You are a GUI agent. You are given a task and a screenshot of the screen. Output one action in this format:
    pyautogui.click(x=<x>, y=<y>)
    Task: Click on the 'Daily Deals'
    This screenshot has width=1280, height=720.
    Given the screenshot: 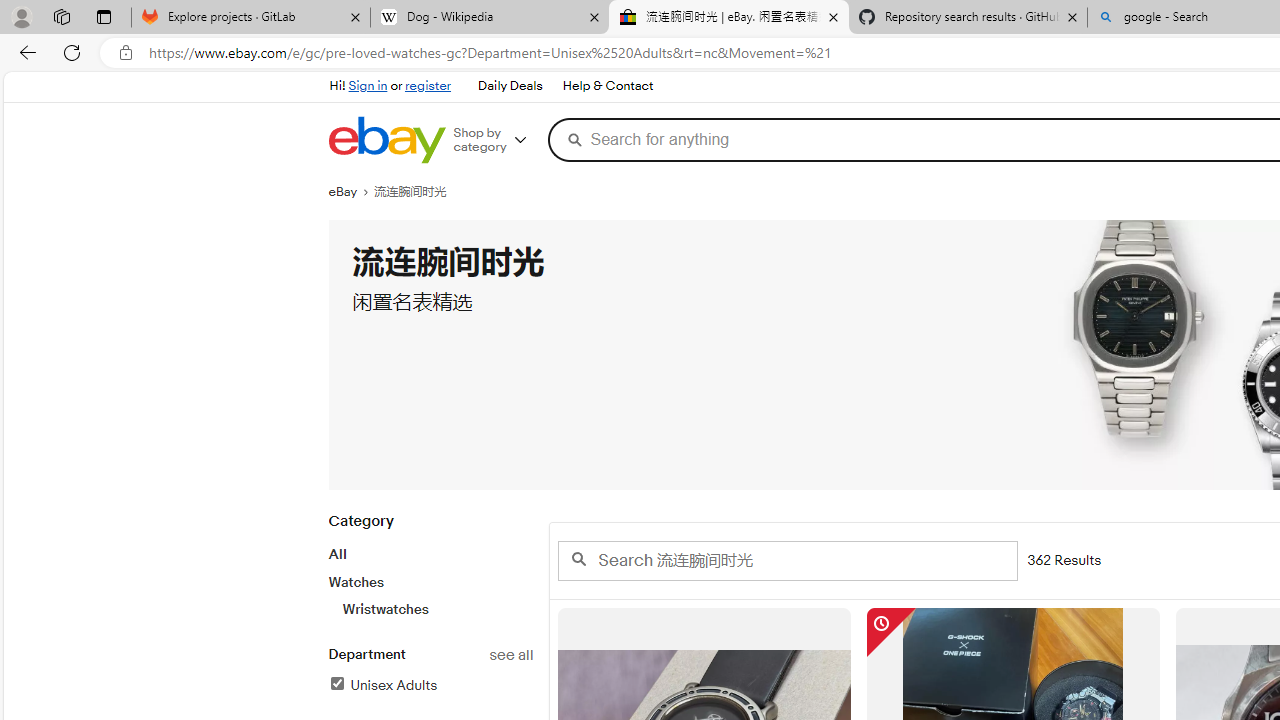 What is the action you would take?
    pyautogui.click(x=510, y=86)
    